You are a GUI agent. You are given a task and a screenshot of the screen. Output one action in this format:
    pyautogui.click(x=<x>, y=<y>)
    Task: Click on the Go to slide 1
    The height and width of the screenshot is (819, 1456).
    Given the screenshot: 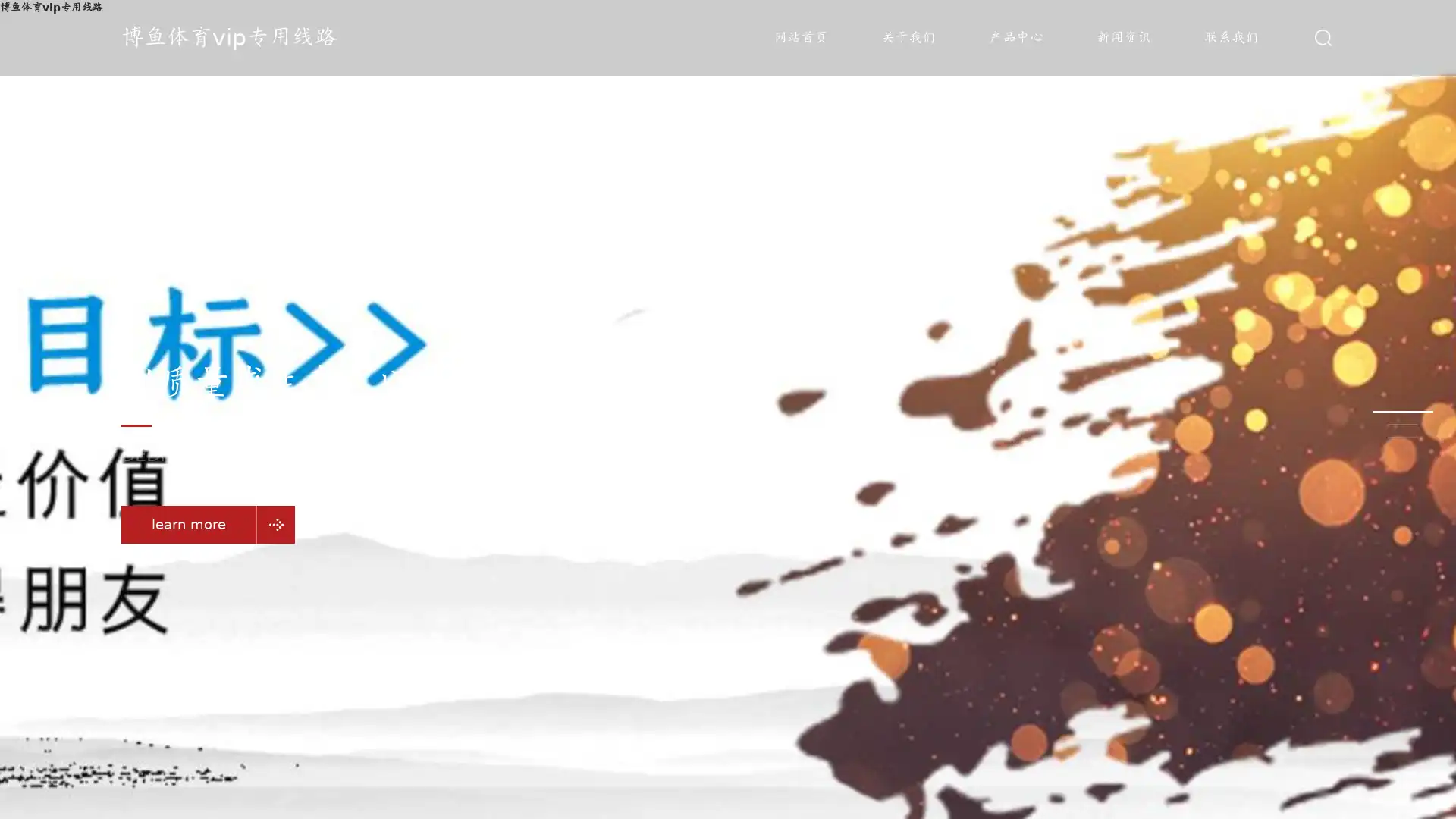 What is the action you would take?
    pyautogui.click(x=1401, y=412)
    